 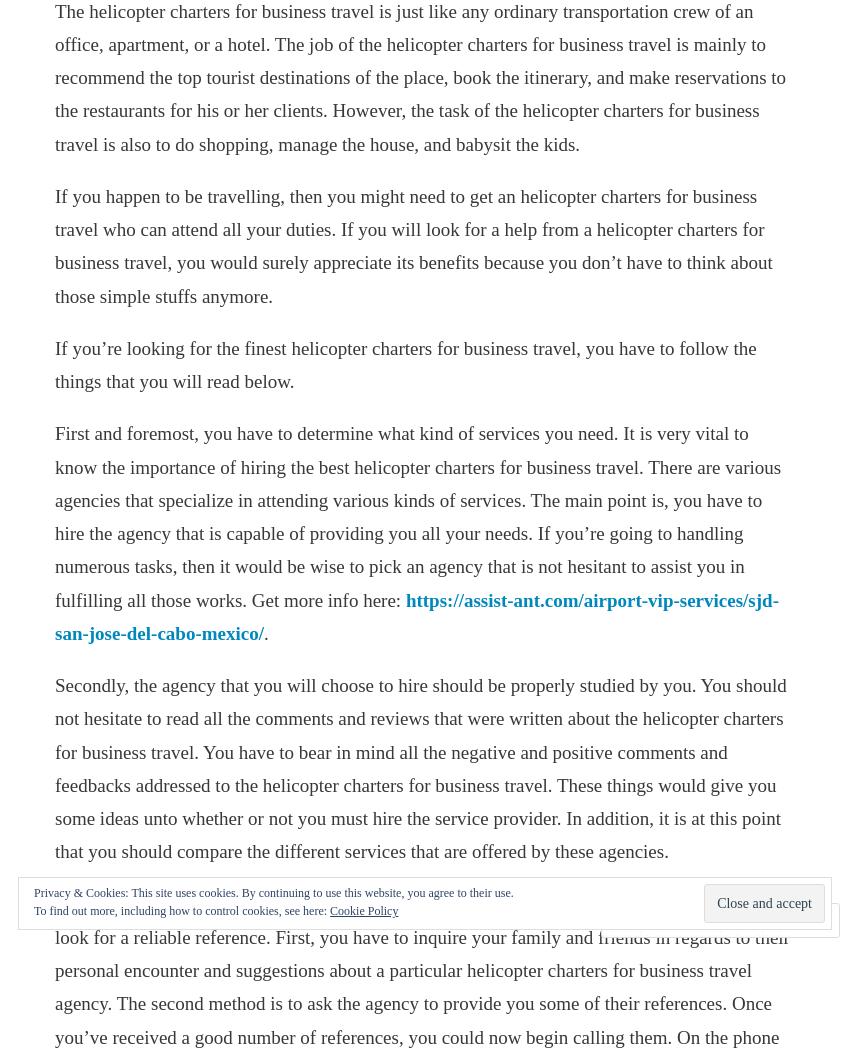 What do you see at coordinates (668, 920) in the screenshot?
I see `'Comment'` at bounding box center [668, 920].